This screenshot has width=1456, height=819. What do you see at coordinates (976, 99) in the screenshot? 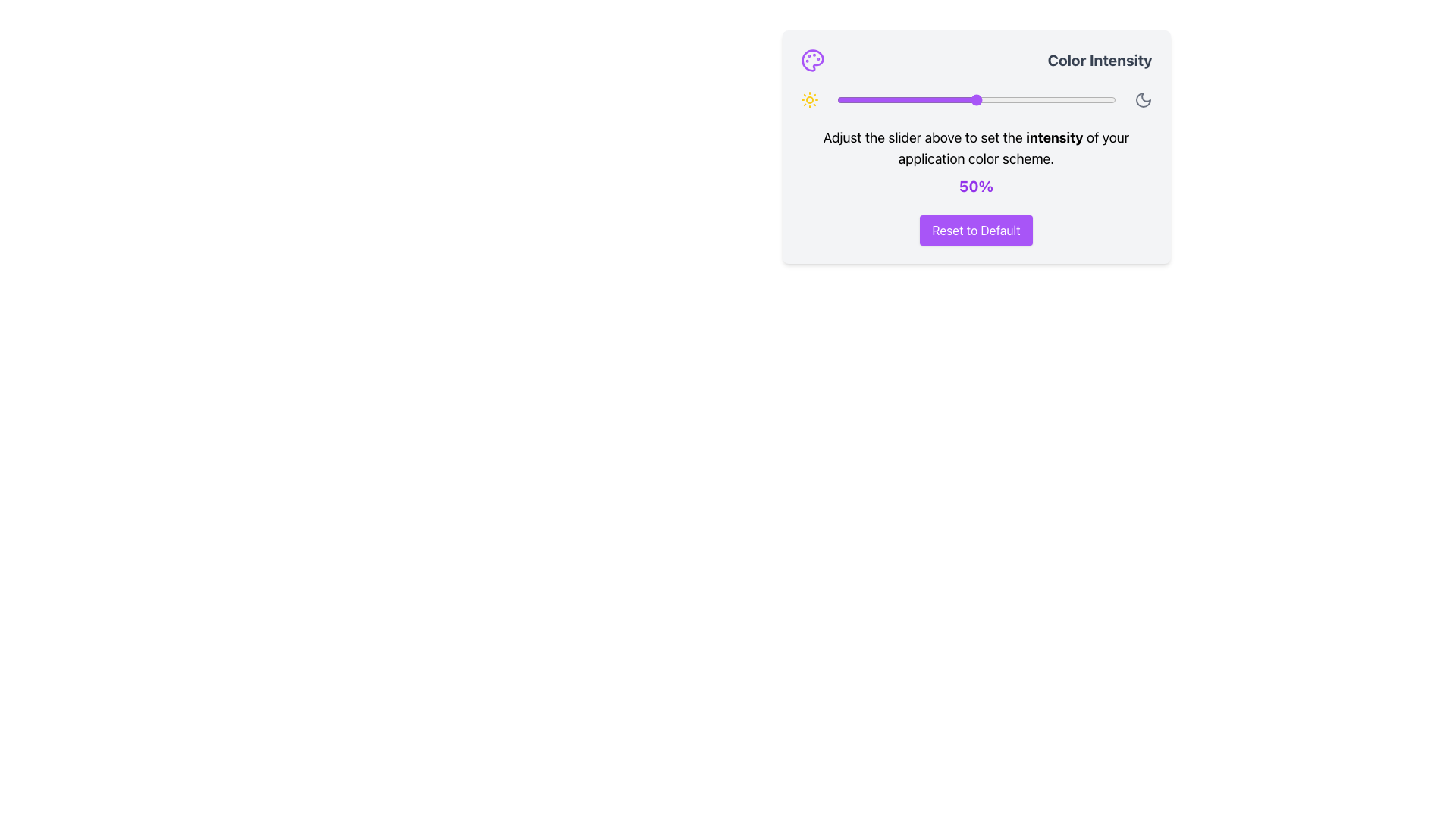
I see `the range slider located centrally between the sun icon on the left and the moon icon on the right, which allows users to adjust a value between 0 and 100` at bounding box center [976, 99].